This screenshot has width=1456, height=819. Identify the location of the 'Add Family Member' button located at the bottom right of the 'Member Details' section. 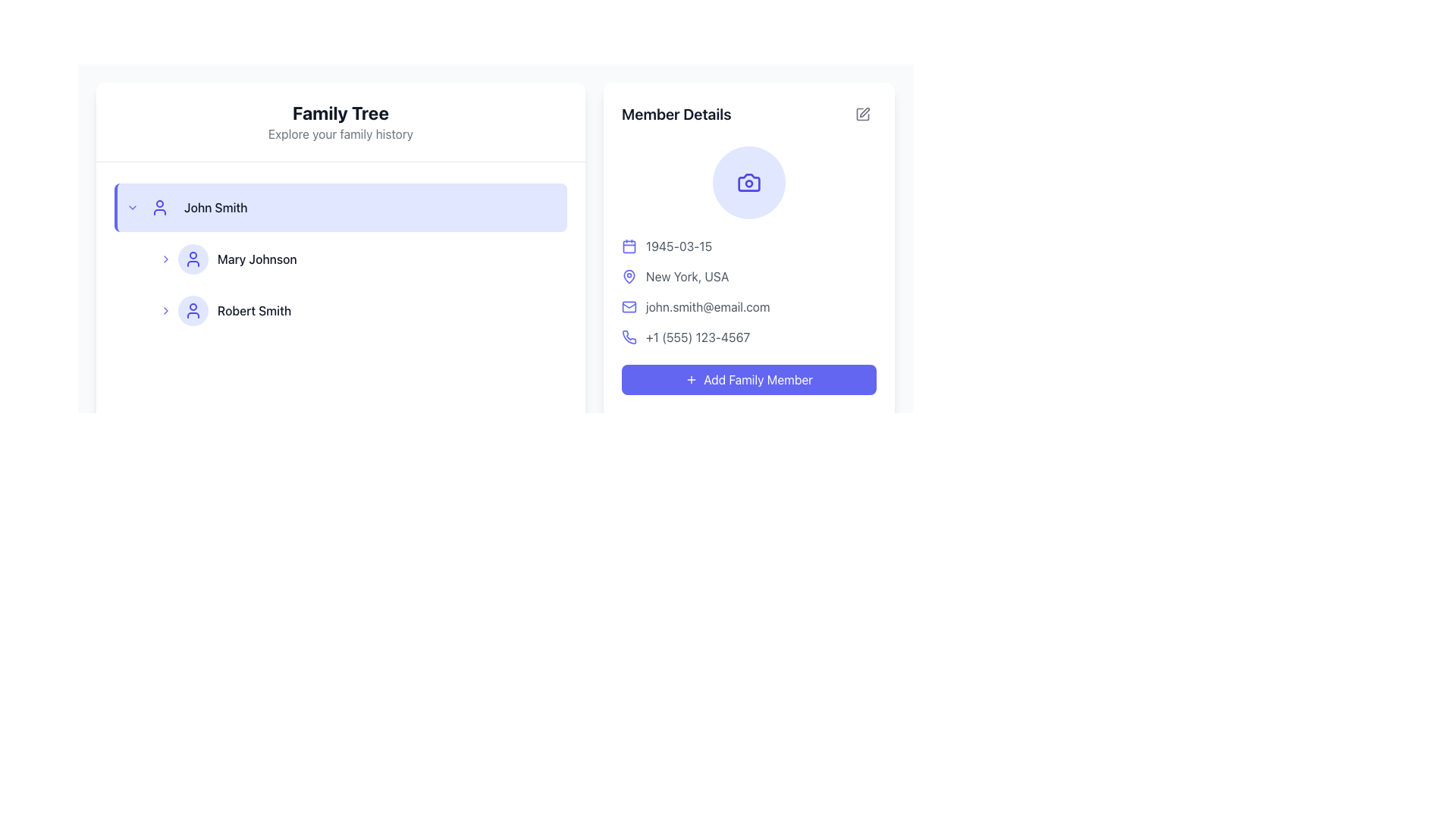
(749, 379).